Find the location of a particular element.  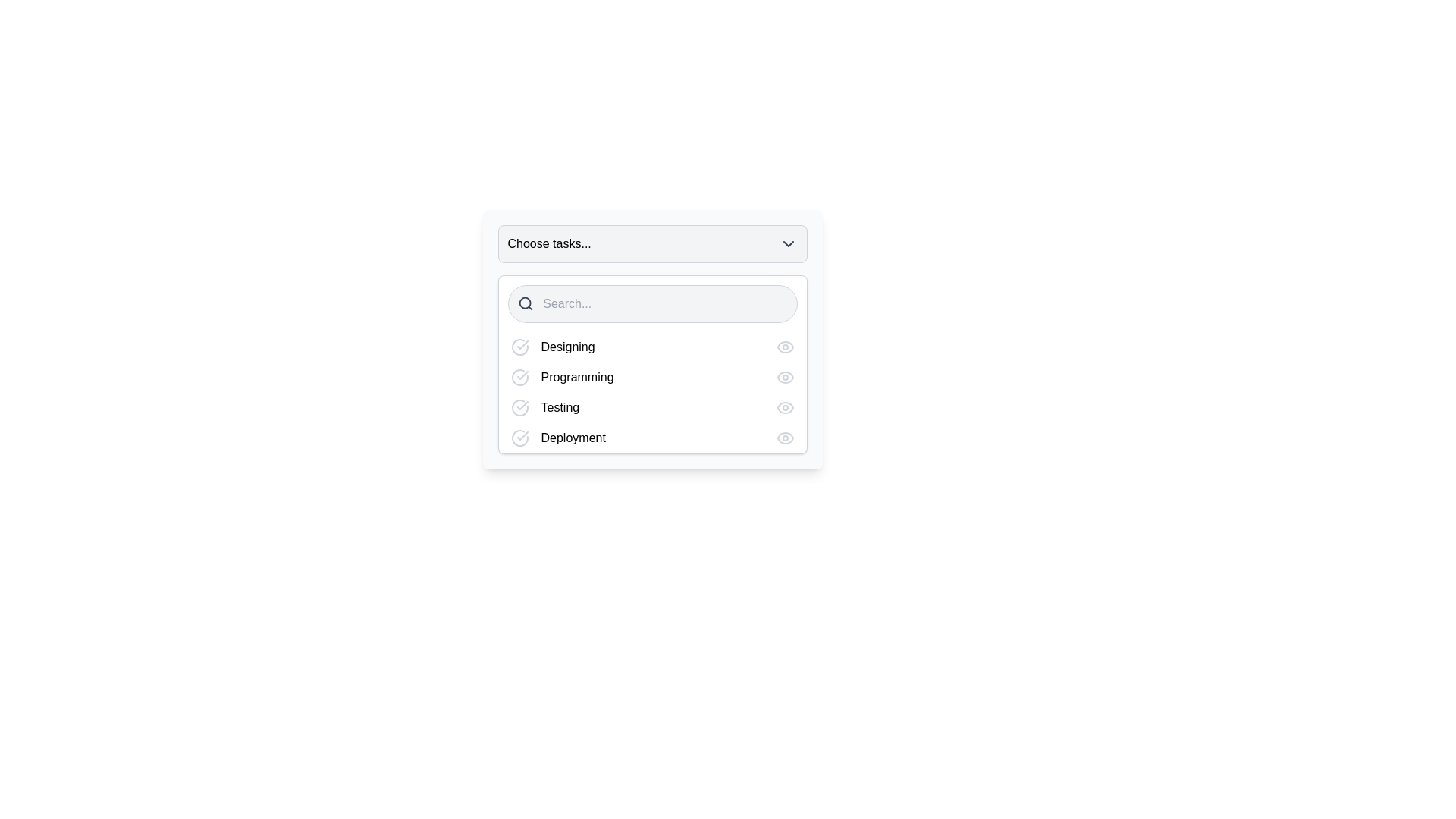

the center of the check mark icon within the circular outline that is located to the left of the 'Testing' label is located at coordinates (519, 406).